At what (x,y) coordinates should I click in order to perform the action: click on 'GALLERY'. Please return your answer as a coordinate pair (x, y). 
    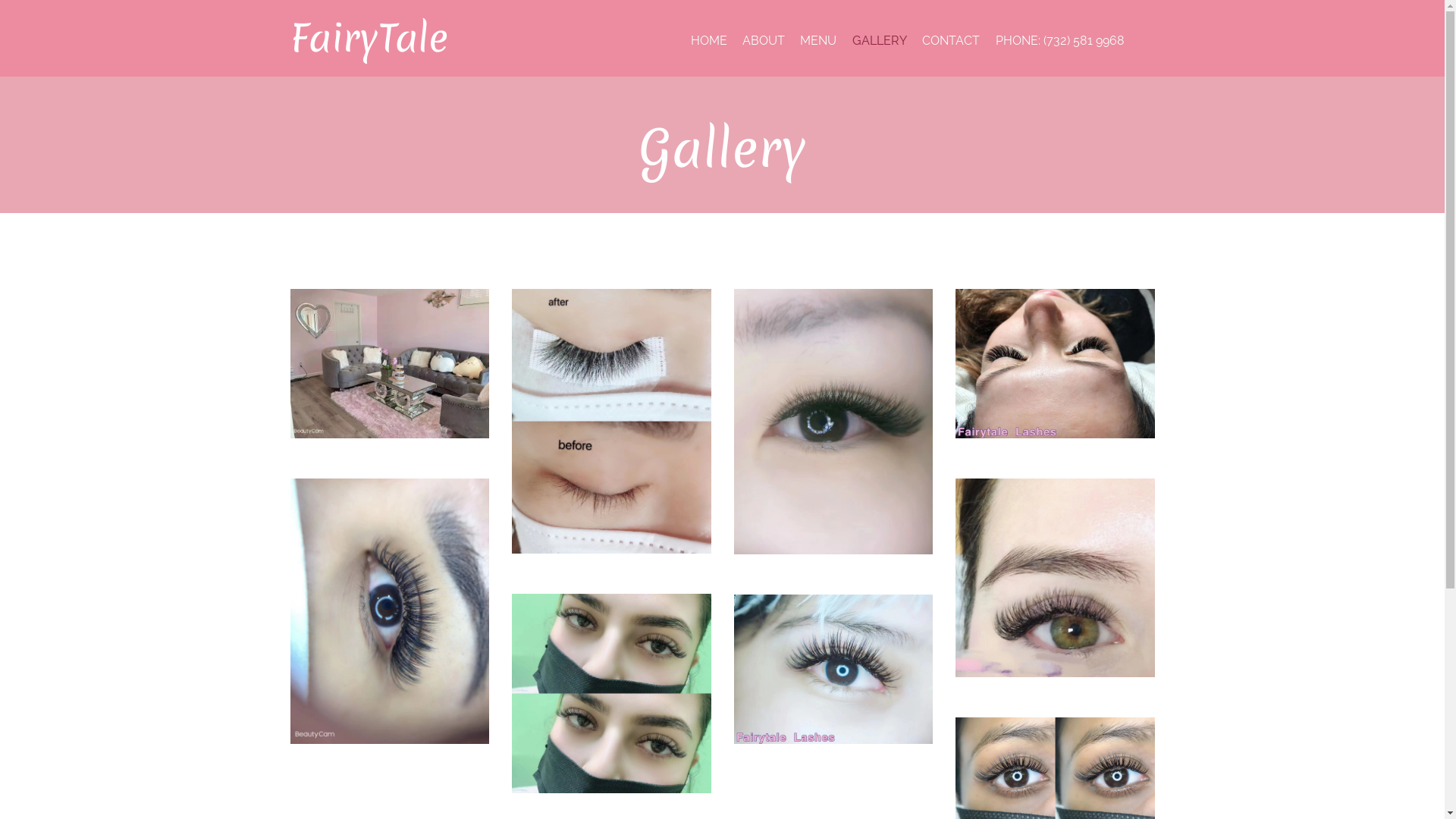
    Looking at the image, I should click on (880, 40).